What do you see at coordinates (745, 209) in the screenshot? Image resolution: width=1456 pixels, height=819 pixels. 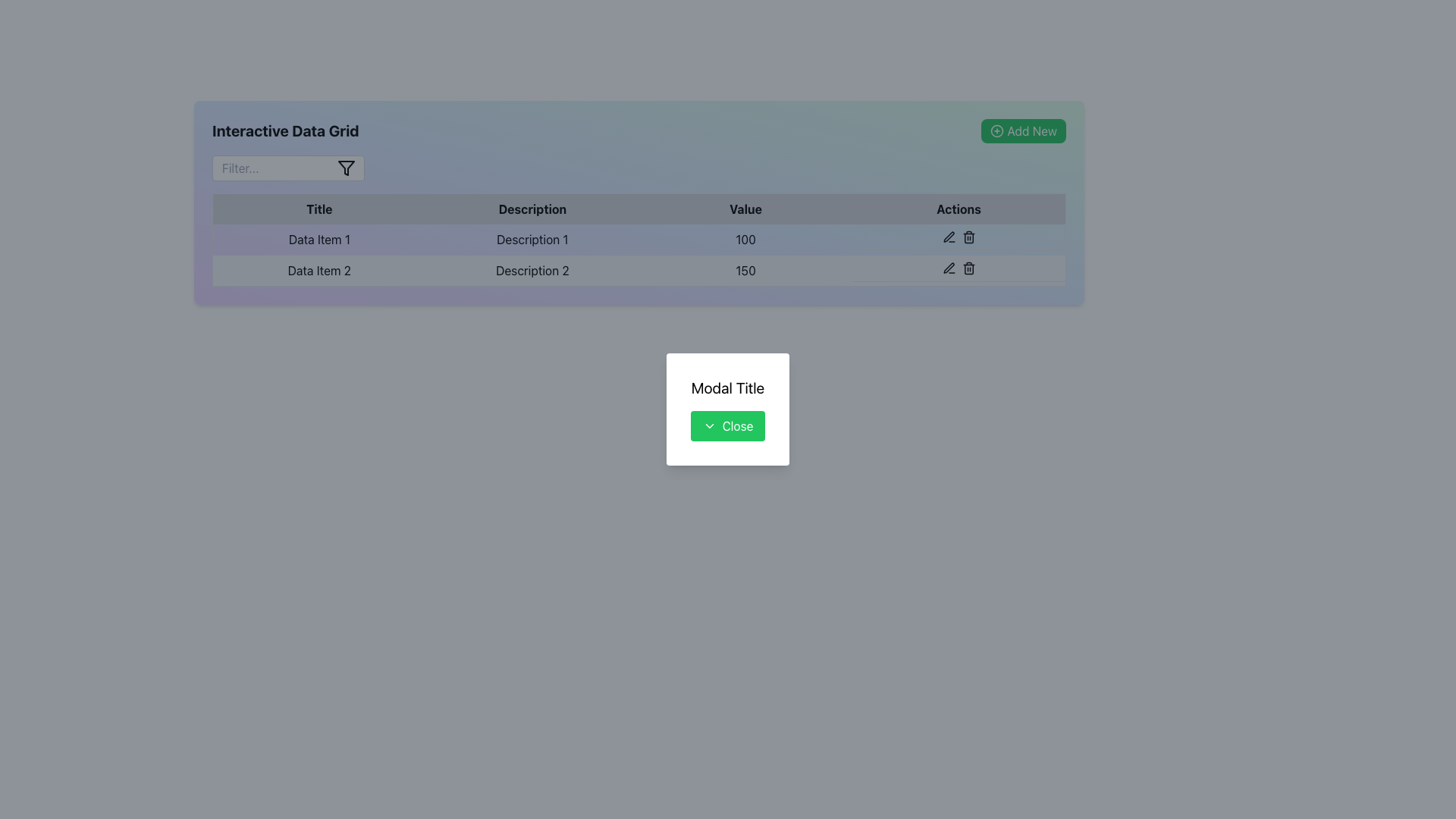 I see `the 'Value' text label, which is the third column in a row of headings in the data grid's header, flanked by 'Description' and 'Actions'` at bounding box center [745, 209].